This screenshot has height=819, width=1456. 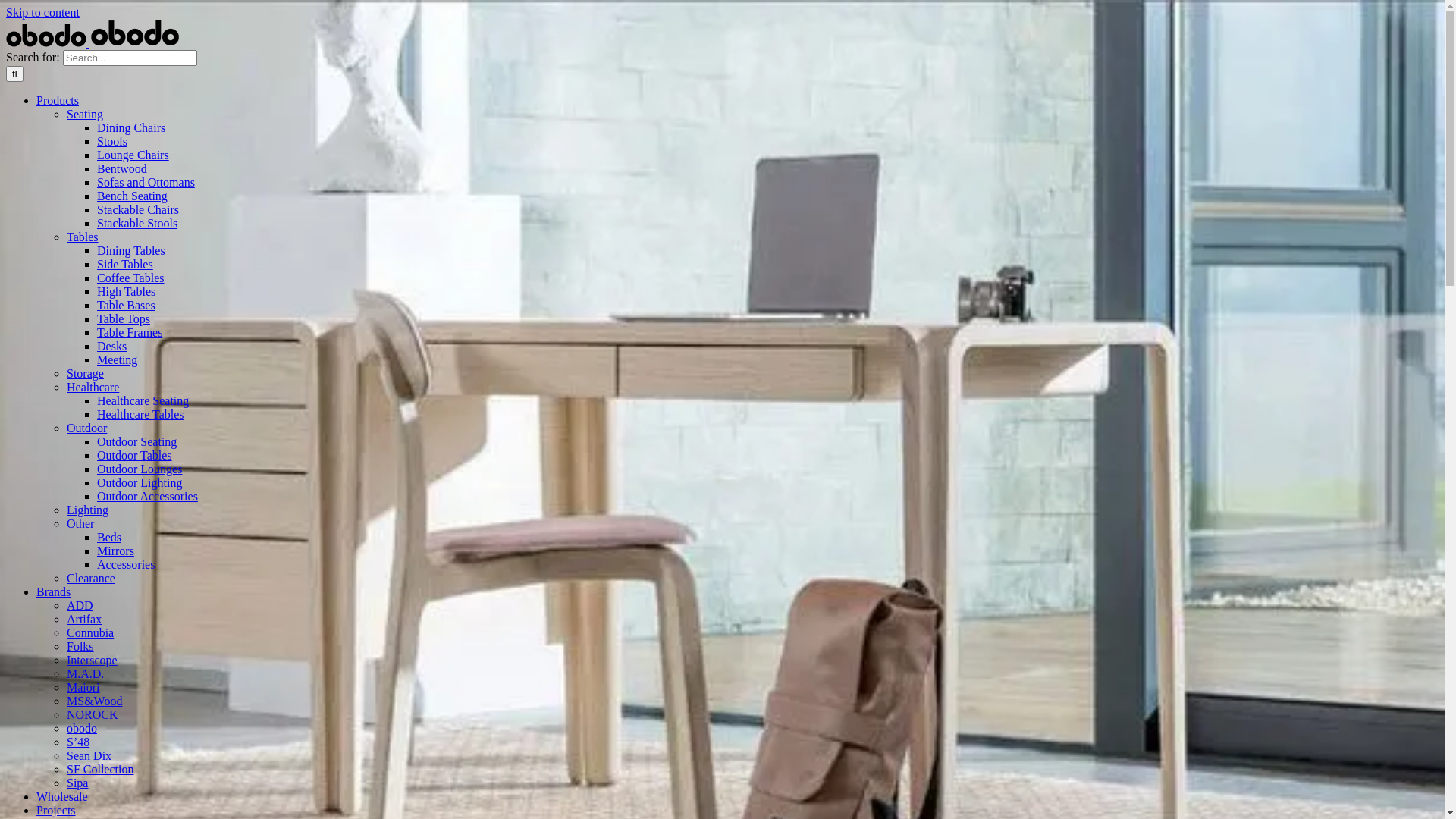 I want to click on 'Folks', so click(x=79, y=646).